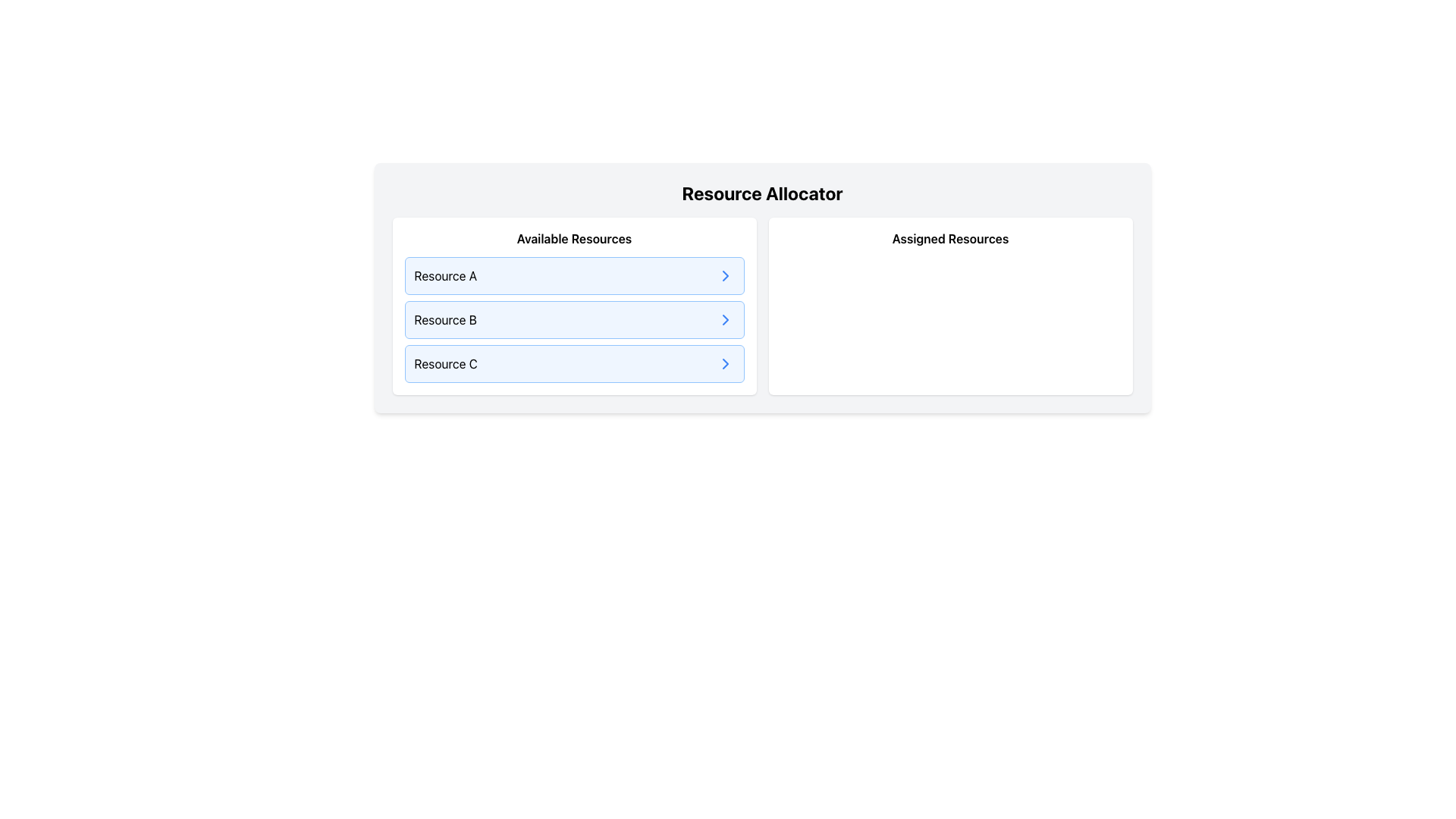 The height and width of the screenshot is (819, 1456). I want to click on the rightmost icon in the 'Resource A' row of the 'Available Resources' section, which indicates navigation or action related to 'Resource A', so click(724, 275).